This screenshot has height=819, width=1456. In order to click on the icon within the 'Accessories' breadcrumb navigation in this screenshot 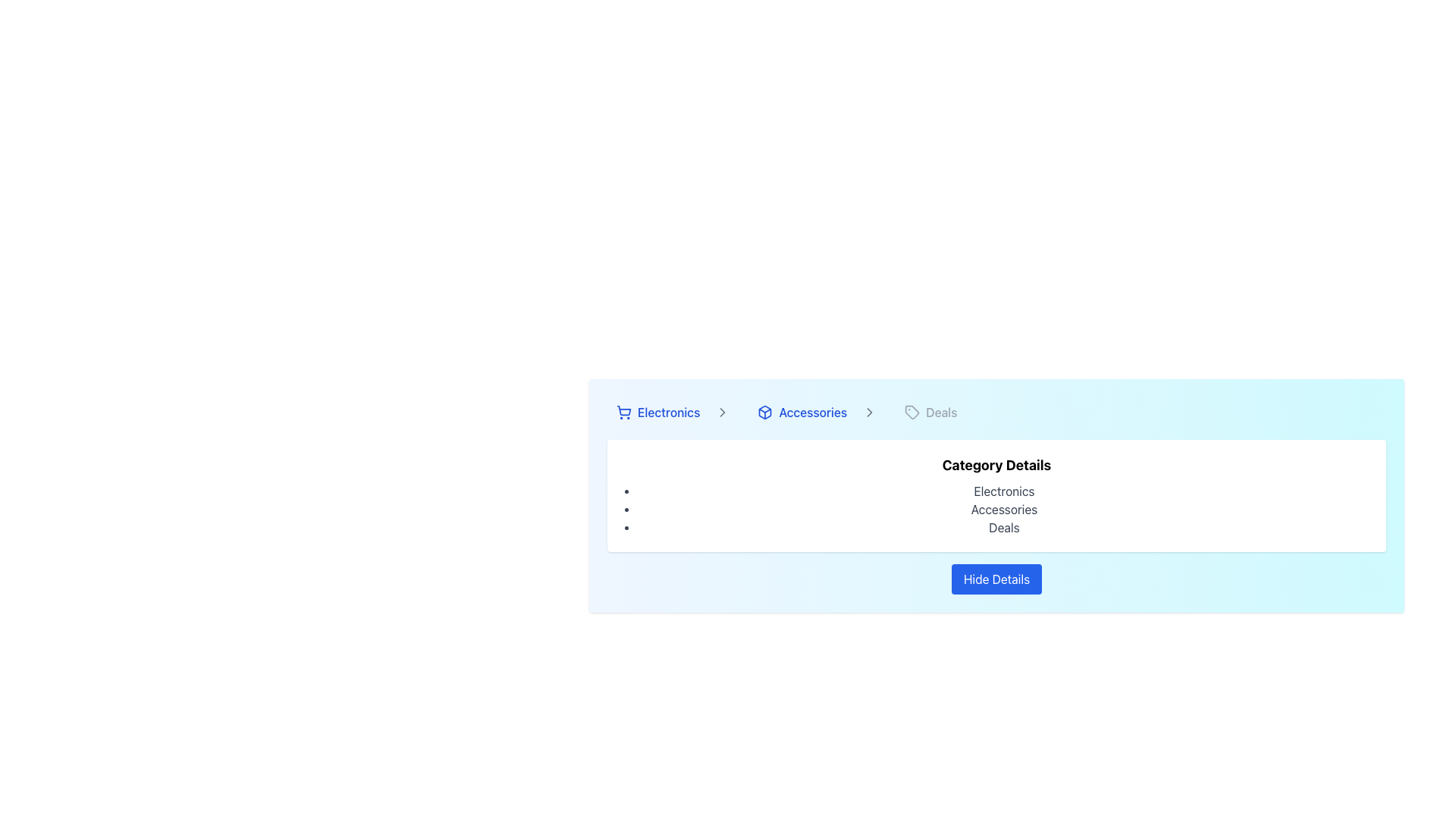, I will do `click(764, 412)`.